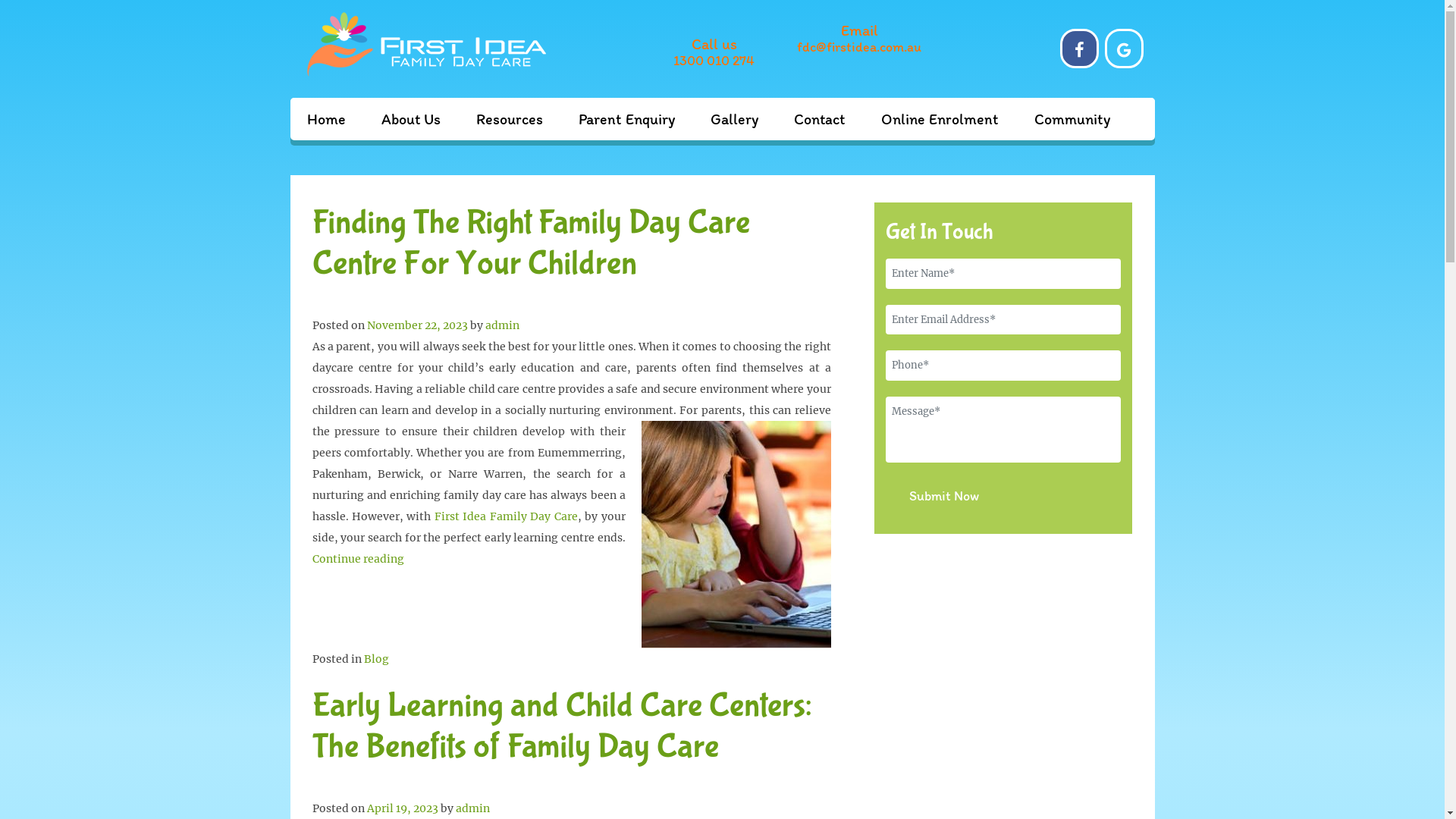  What do you see at coordinates (859, 45) in the screenshot?
I see `'fdc@firstidea.com.au'` at bounding box center [859, 45].